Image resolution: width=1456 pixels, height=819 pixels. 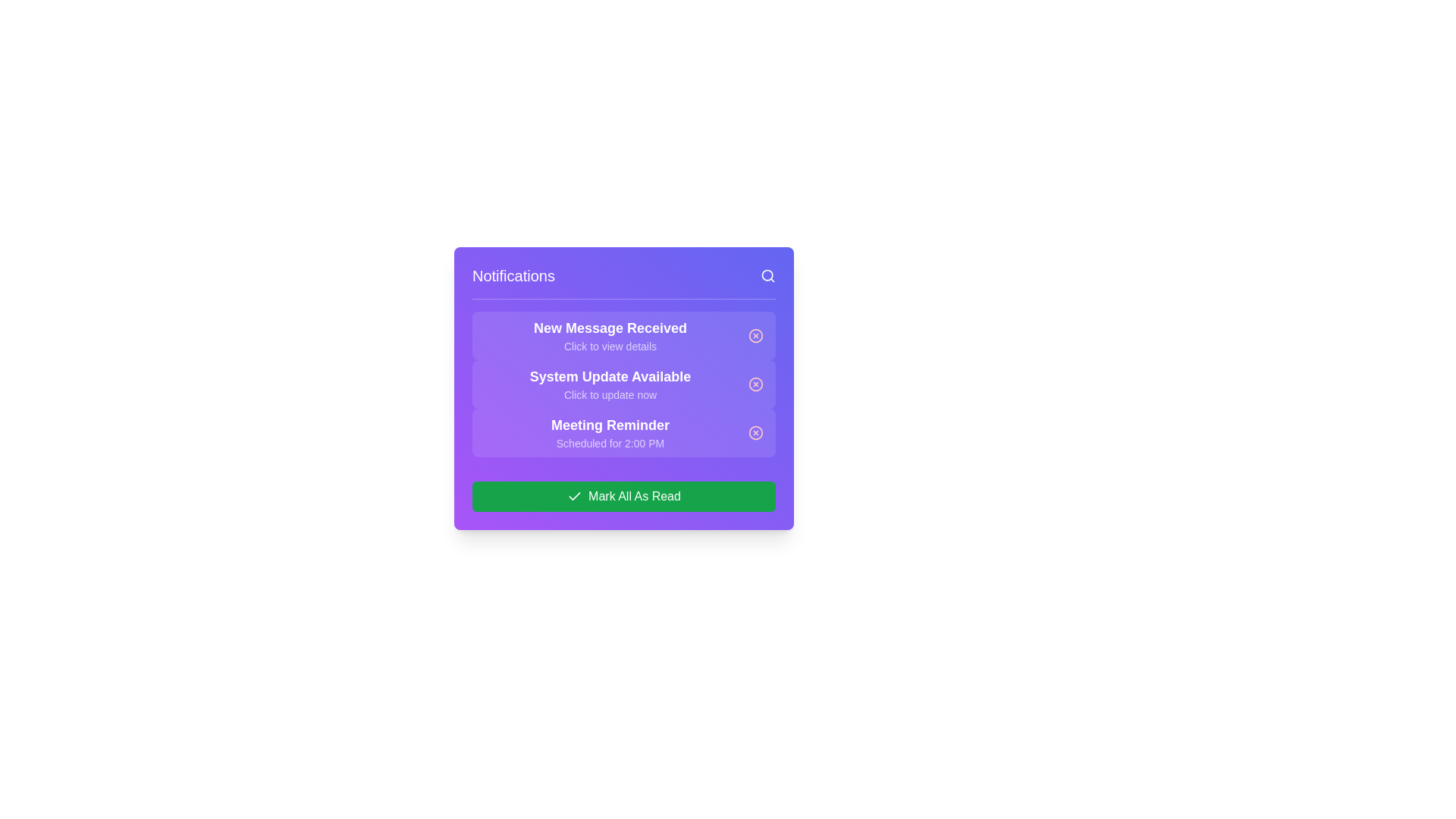 What do you see at coordinates (574, 497) in the screenshot?
I see `the Checkmark icon located on the left side of the green button labeled 'Mark All As Read' in the bottom section of the notification panel` at bounding box center [574, 497].